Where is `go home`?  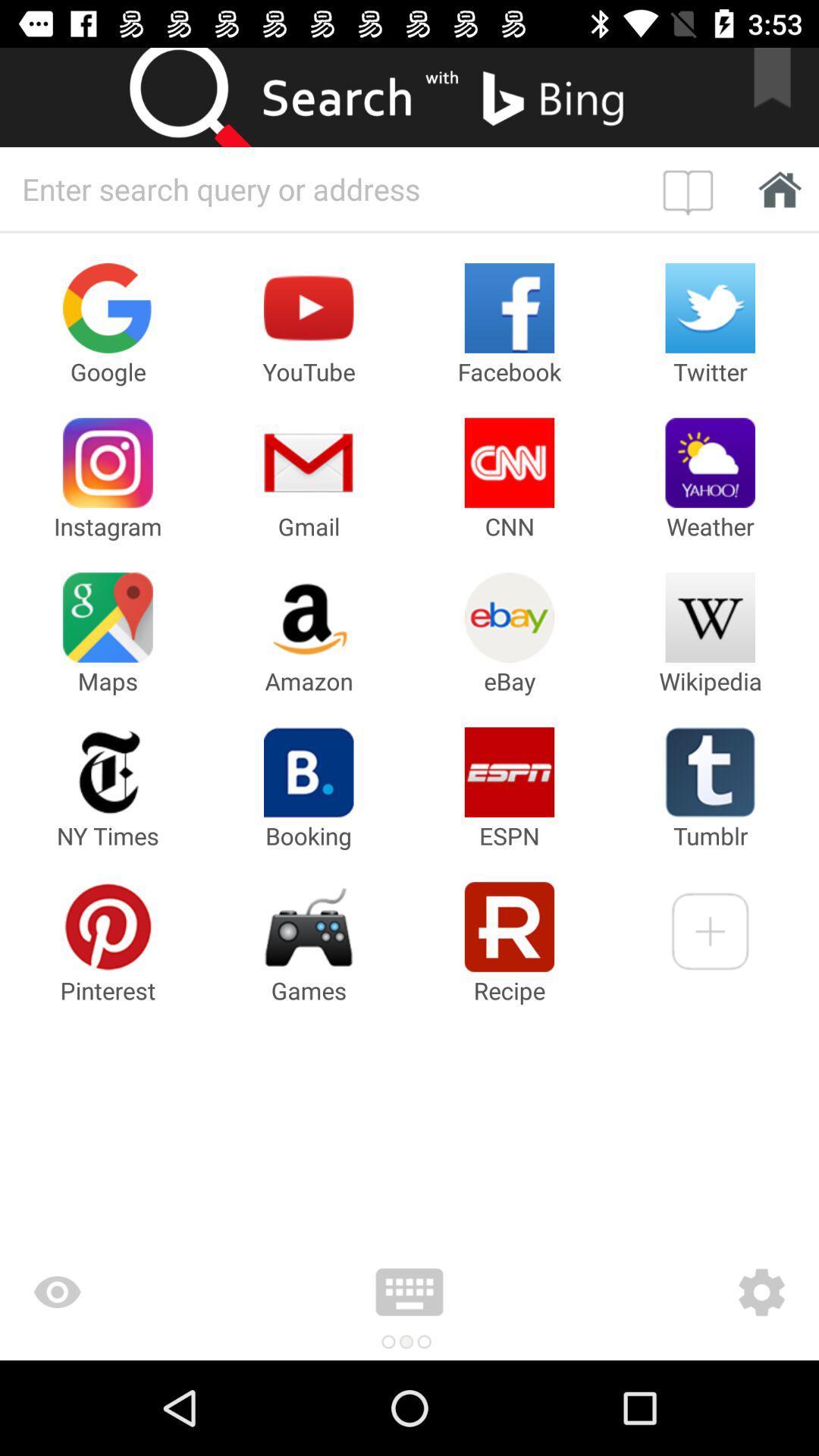 go home is located at coordinates (775, 188).